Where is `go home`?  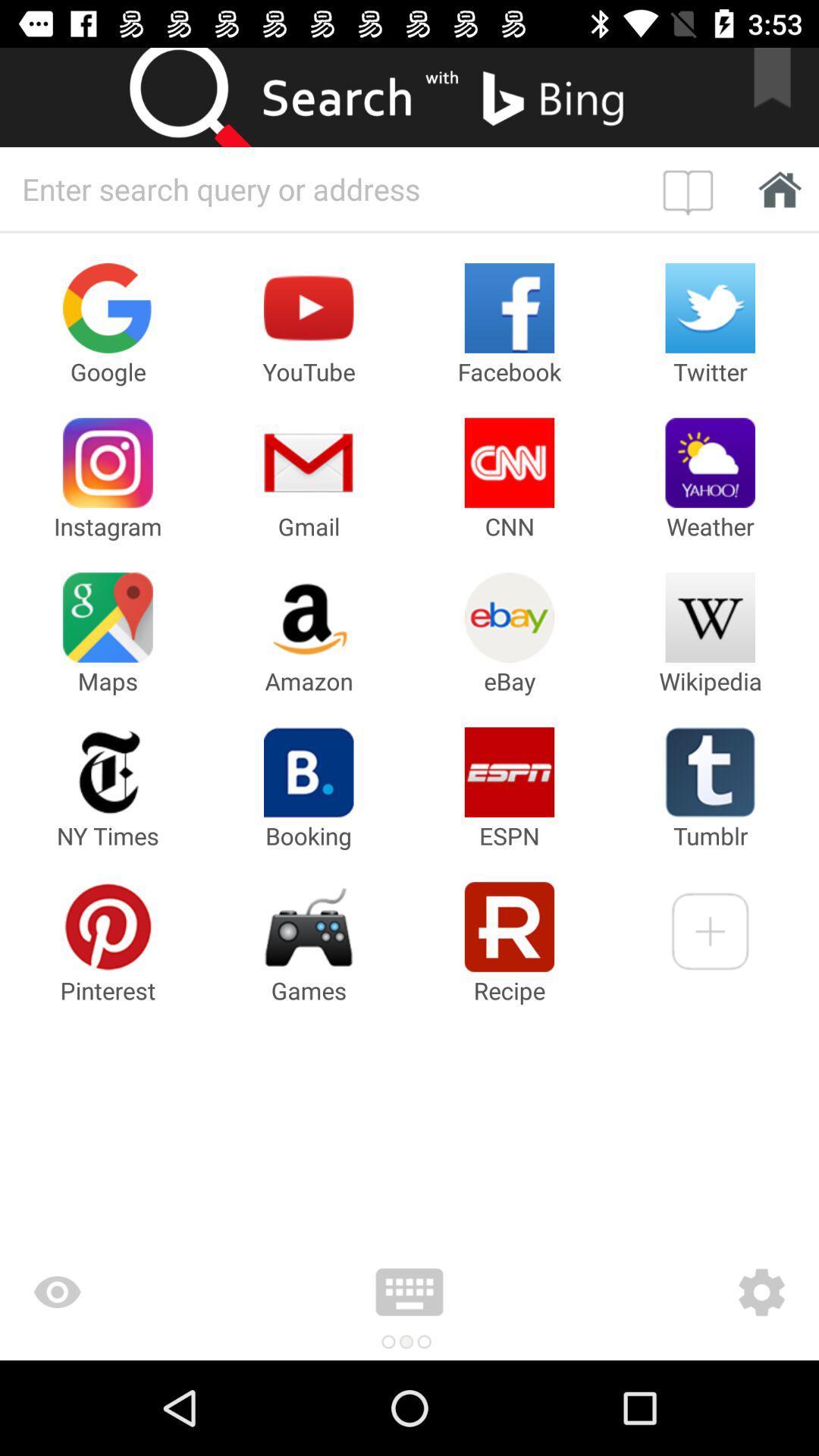 go home is located at coordinates (775, 188).